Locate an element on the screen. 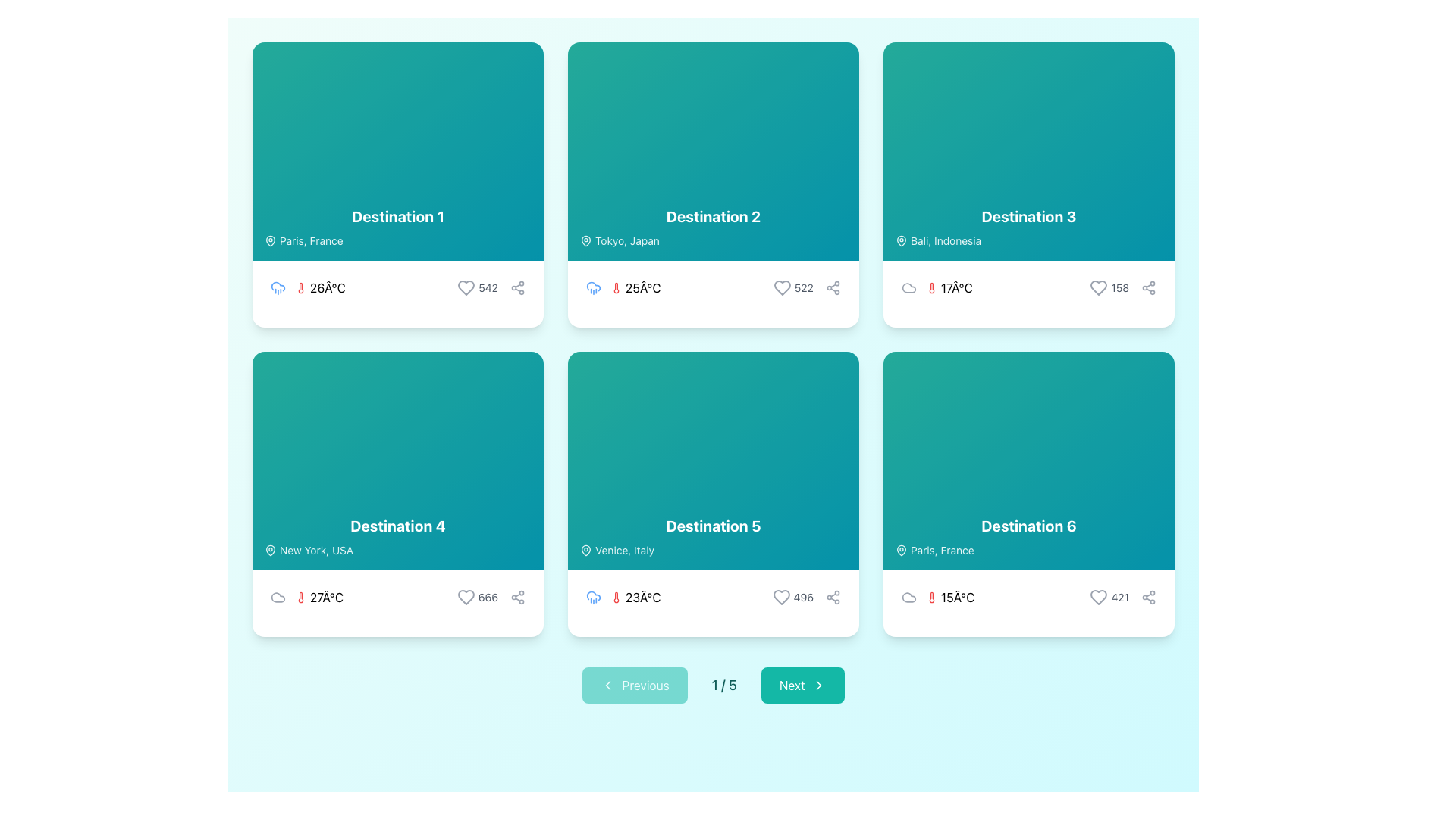  the text label displaying 'Bali, Indonesia' located within the card labeled 'Destination 3', positioned below the destination name and adjacent to a location pin icon is located at coordinates (945, 240).